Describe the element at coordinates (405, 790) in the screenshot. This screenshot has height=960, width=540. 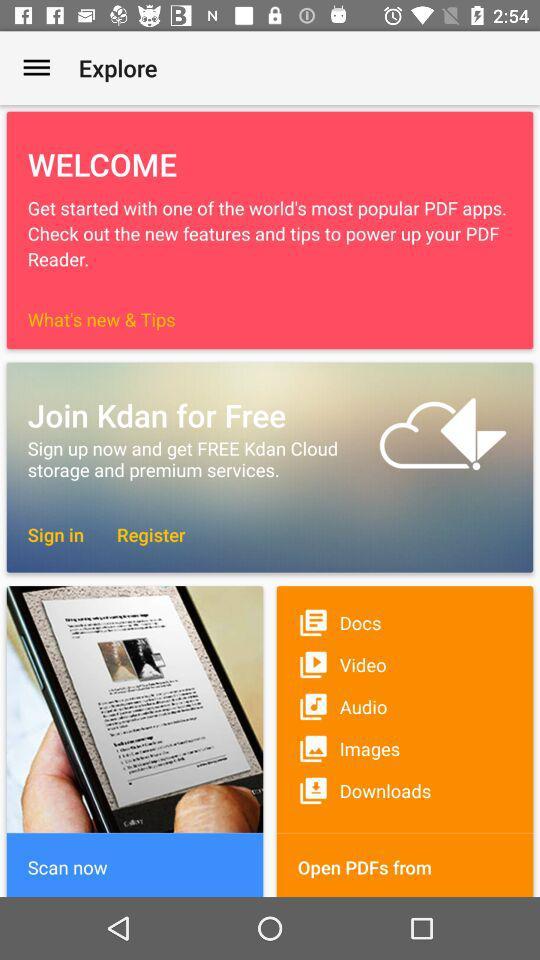
I see `the downloads` at that location.